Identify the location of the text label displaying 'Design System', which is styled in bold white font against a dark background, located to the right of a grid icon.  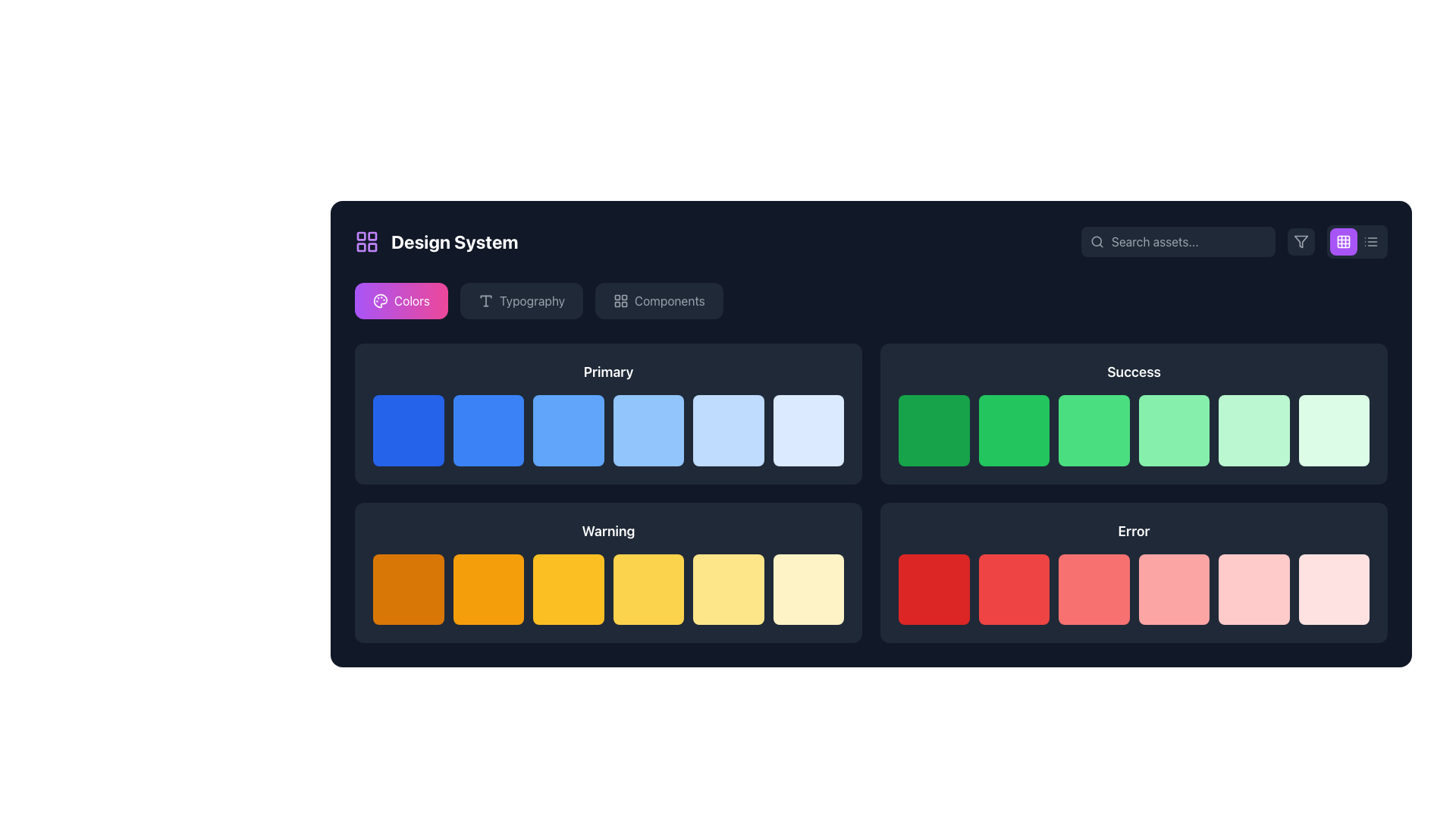
(453, 241).